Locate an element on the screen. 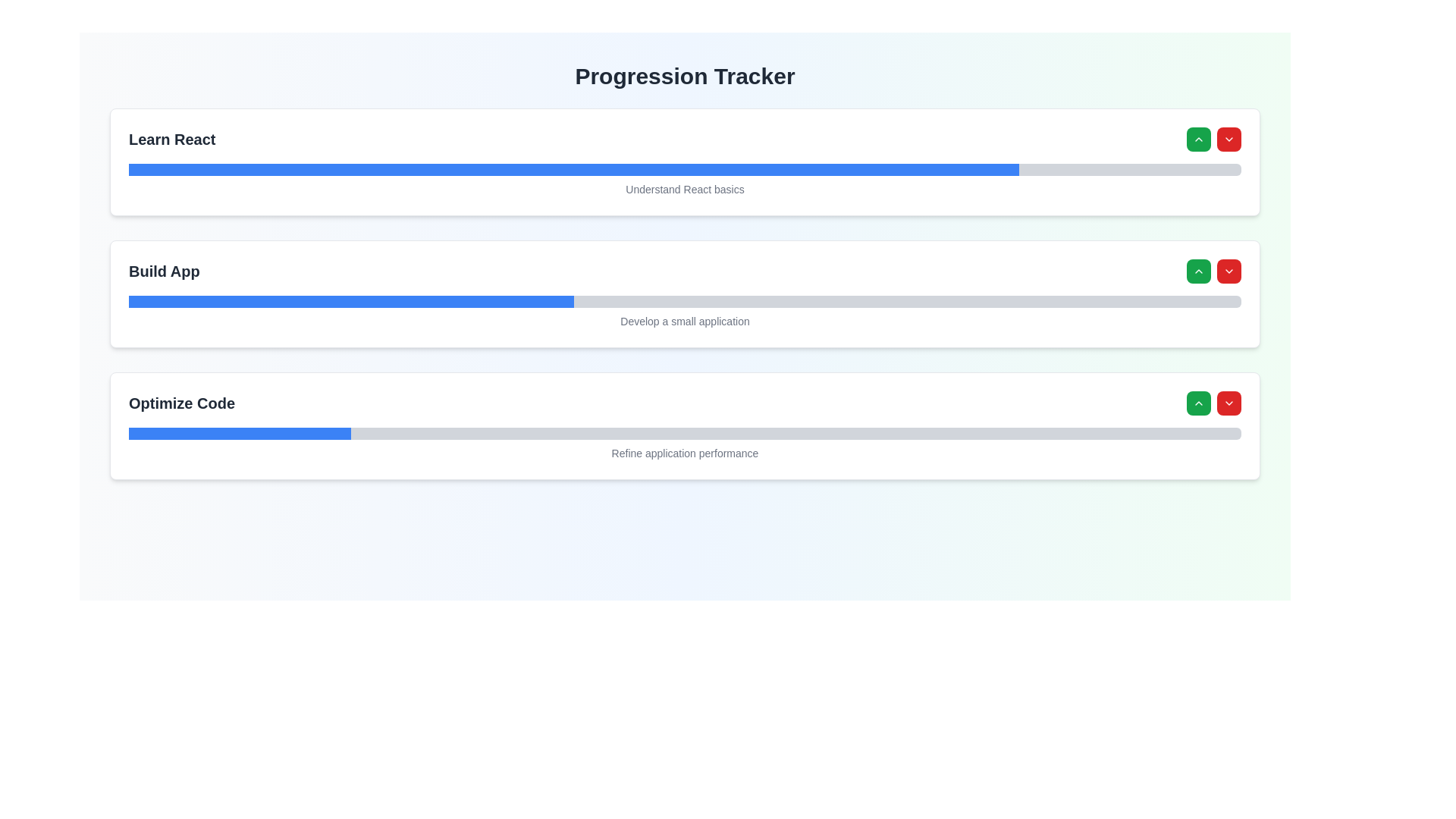 This screenshot has width=1456, height=819. the chevron-up icon, which is a small upward-pointing arrow styled with a thin, rounded stroke, located within a green circular button on the right side of the progress tracker item is located at coordinates (1197, 271).